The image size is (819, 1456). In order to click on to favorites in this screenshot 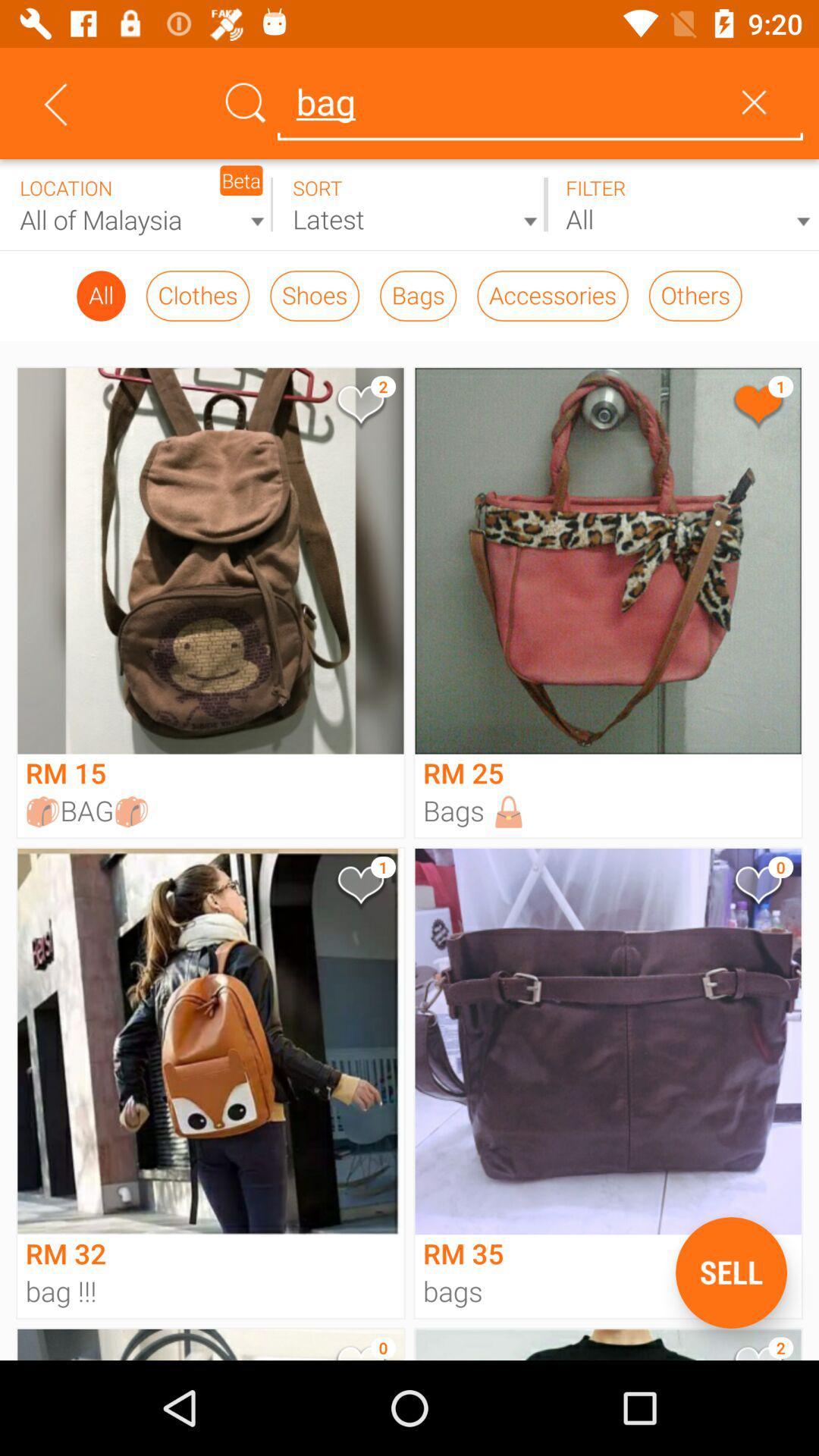, I will do `click(758, 888)`.